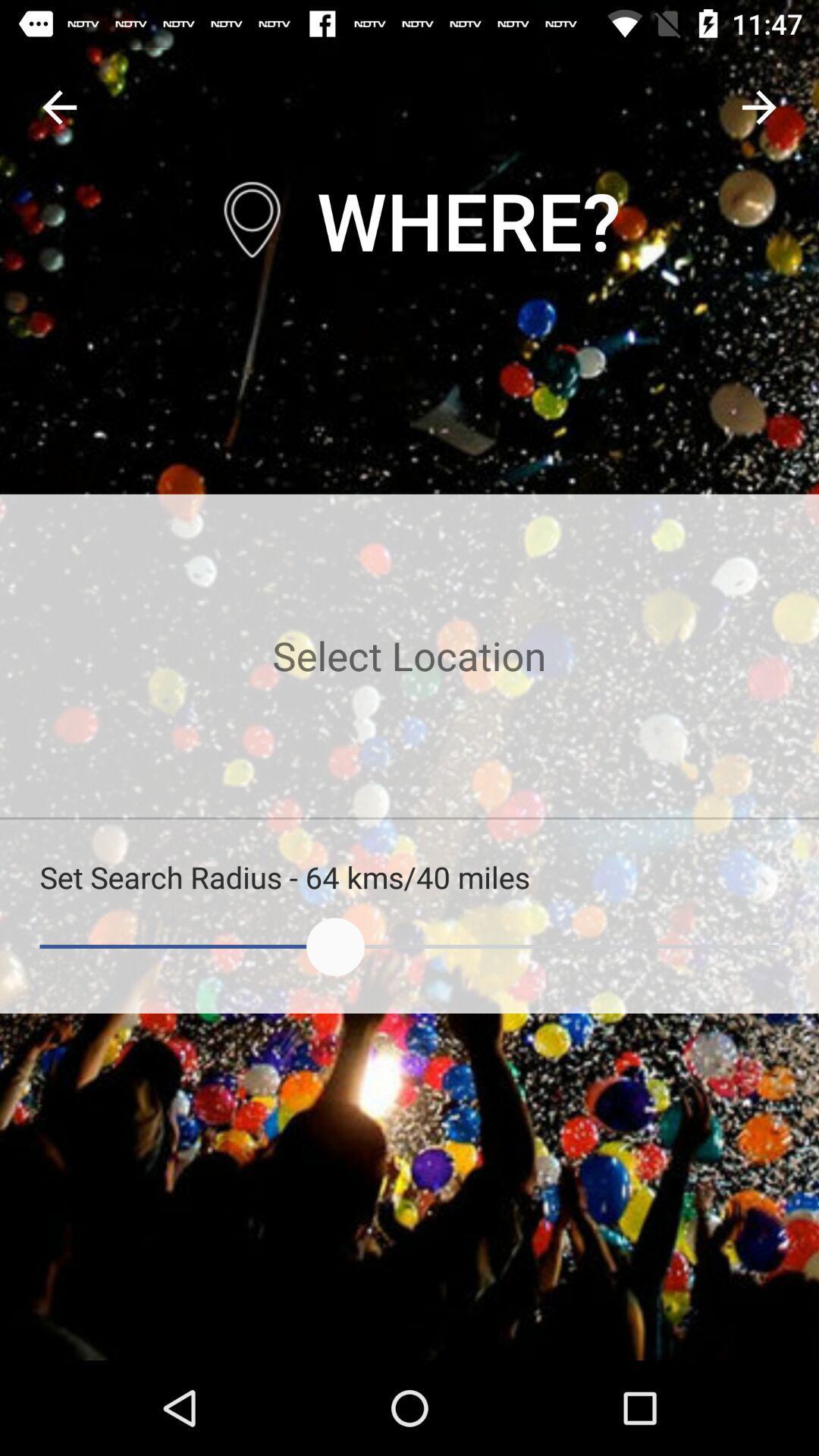 This screenshot has height=1456, width=819. What do you see at coordinates (58, 106) in the screenshot?
I see `the arrow_backward icon` at bounding box center [58, 106].